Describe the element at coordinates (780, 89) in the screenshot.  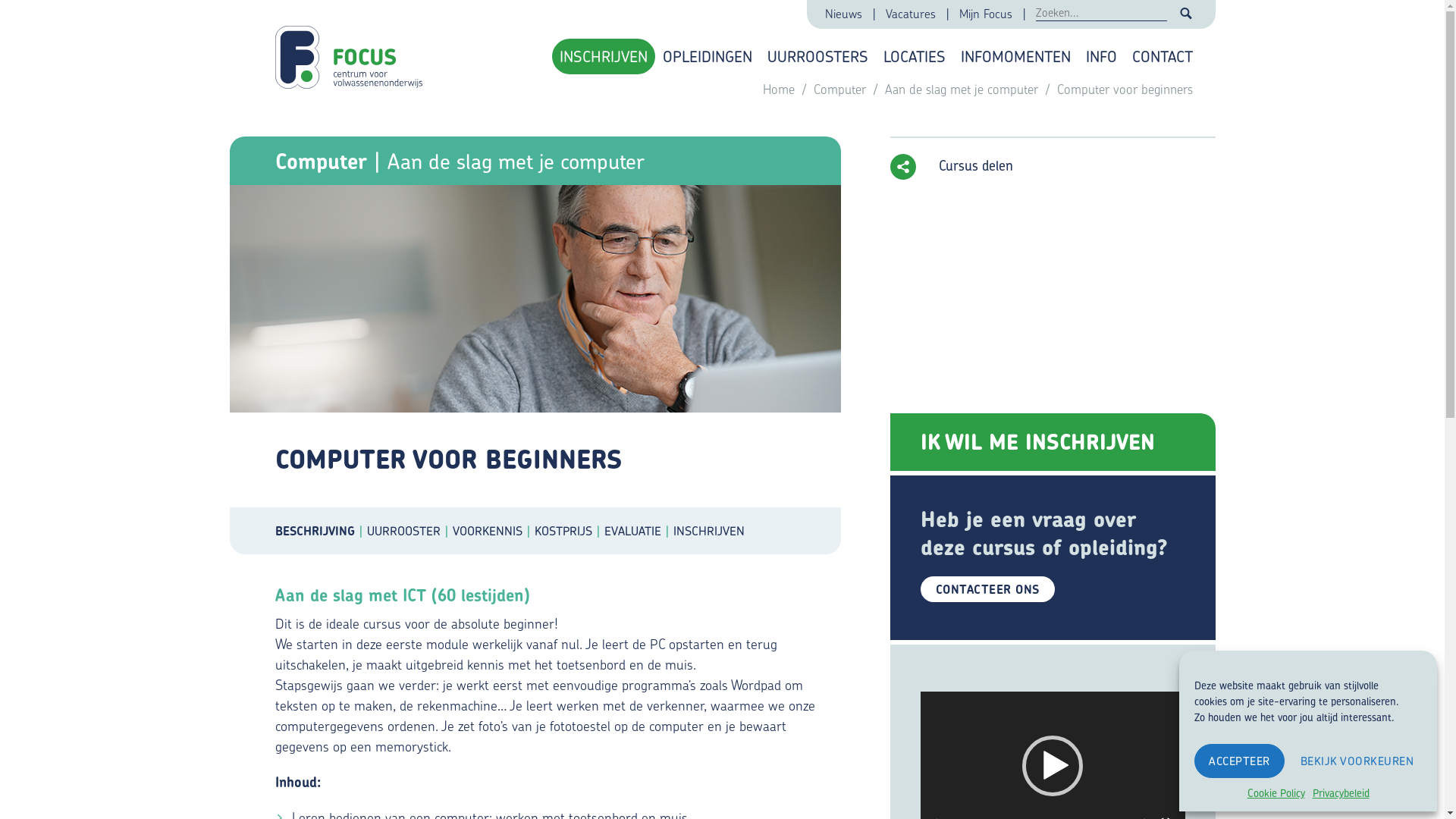
I see `'Home'` at that location.